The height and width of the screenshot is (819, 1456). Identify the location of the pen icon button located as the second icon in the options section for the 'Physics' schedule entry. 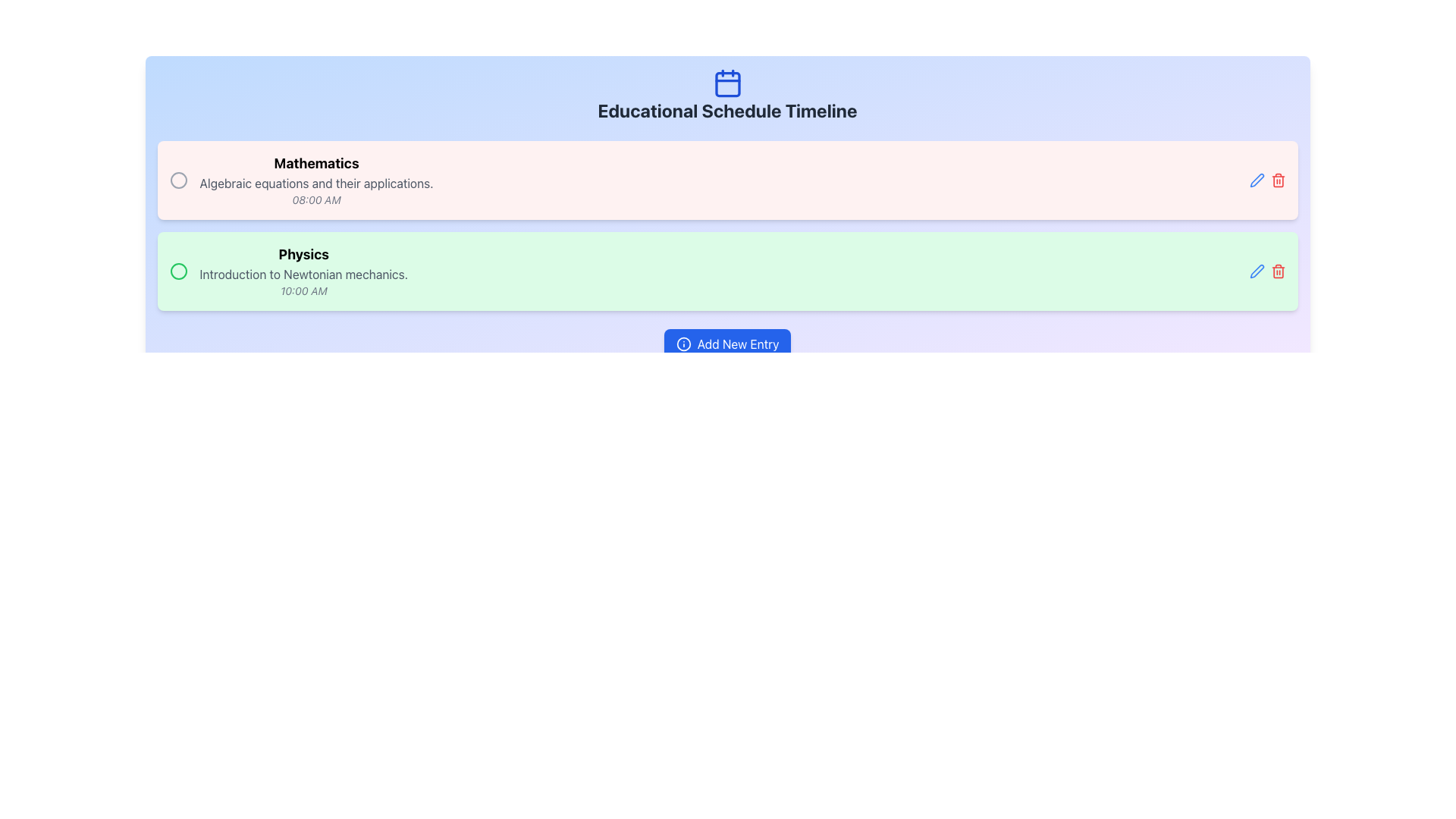
(1257, 271).